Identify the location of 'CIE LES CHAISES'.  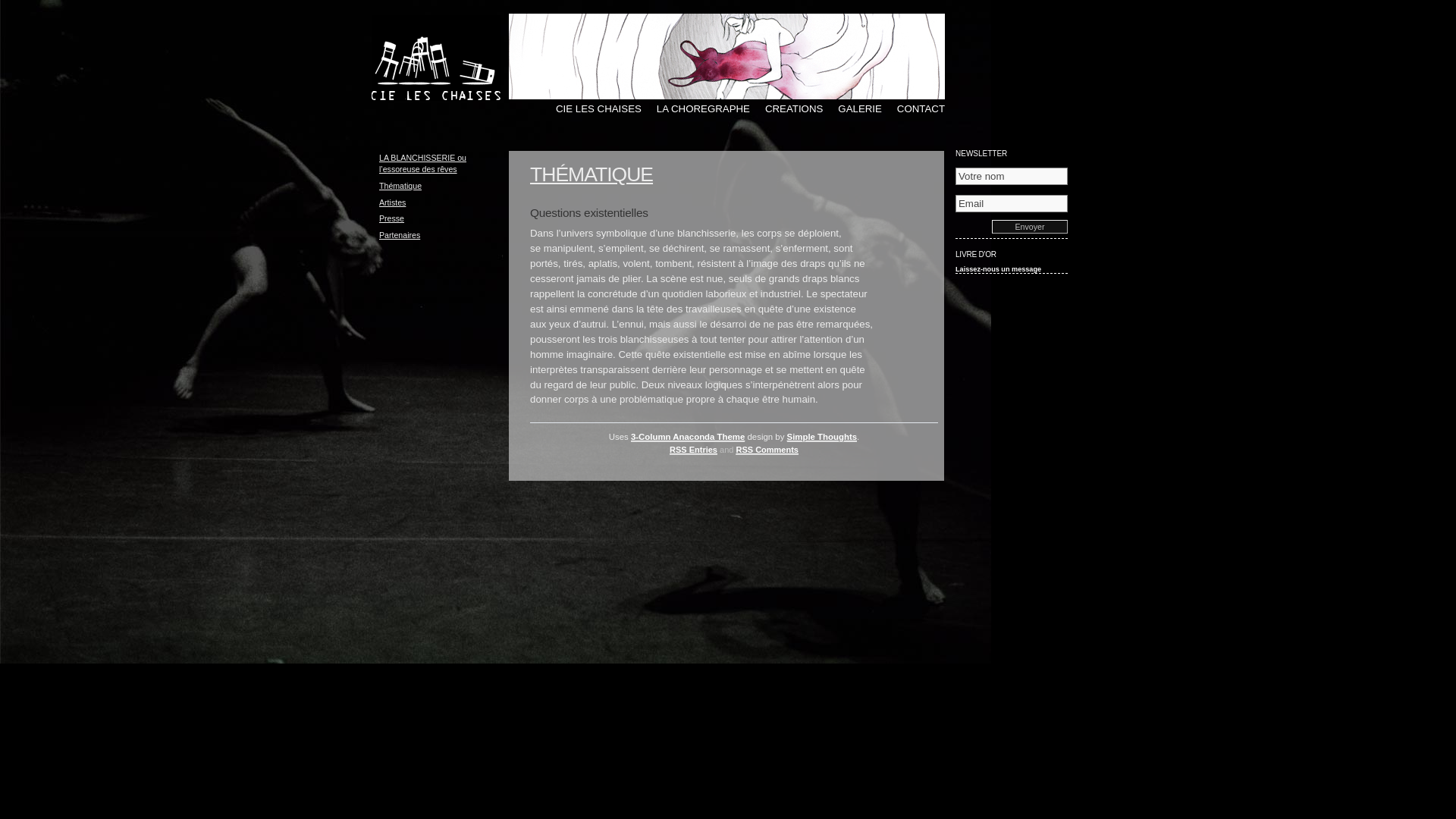
(541, 108).